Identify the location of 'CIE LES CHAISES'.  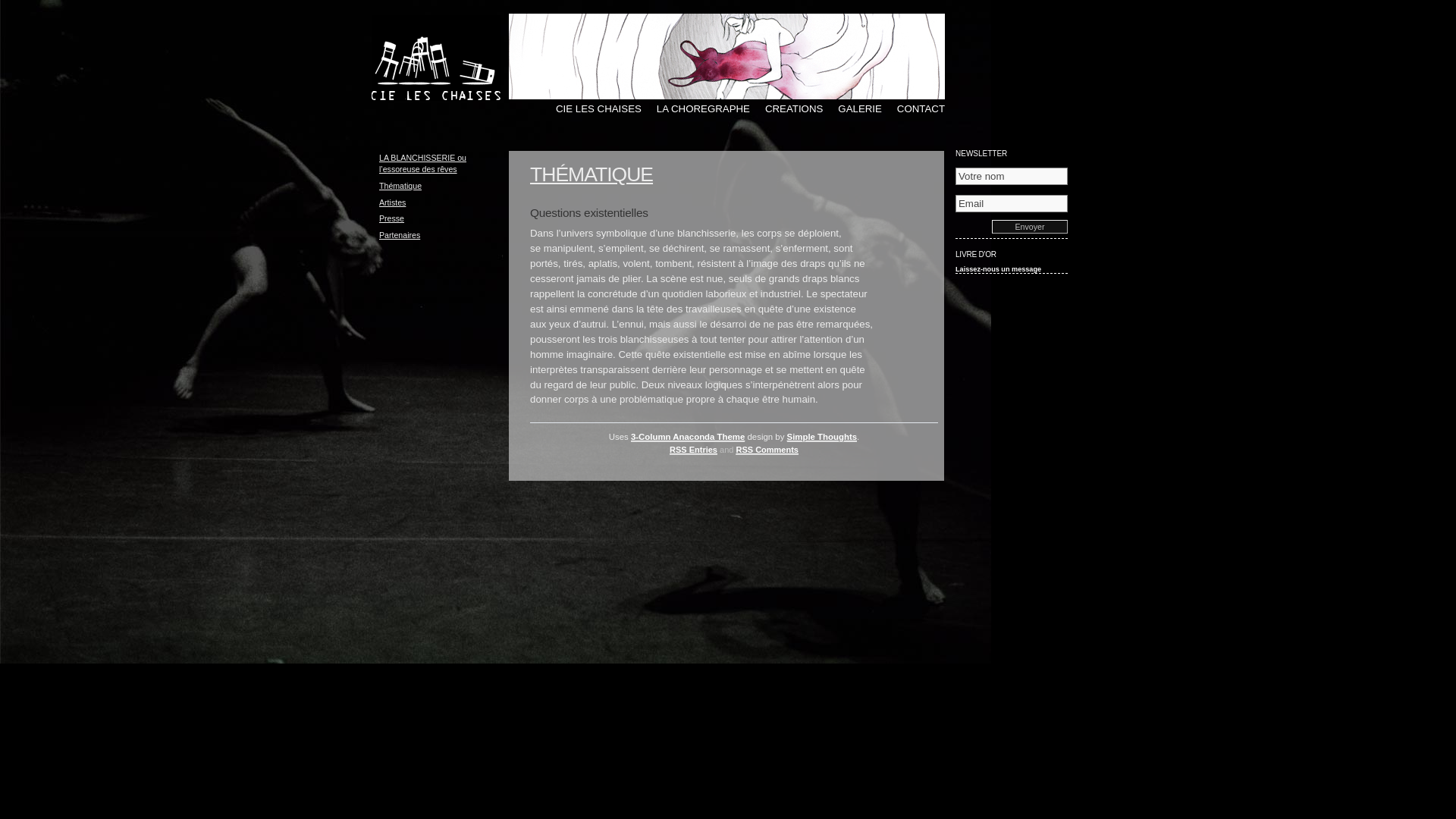
(541, 108).